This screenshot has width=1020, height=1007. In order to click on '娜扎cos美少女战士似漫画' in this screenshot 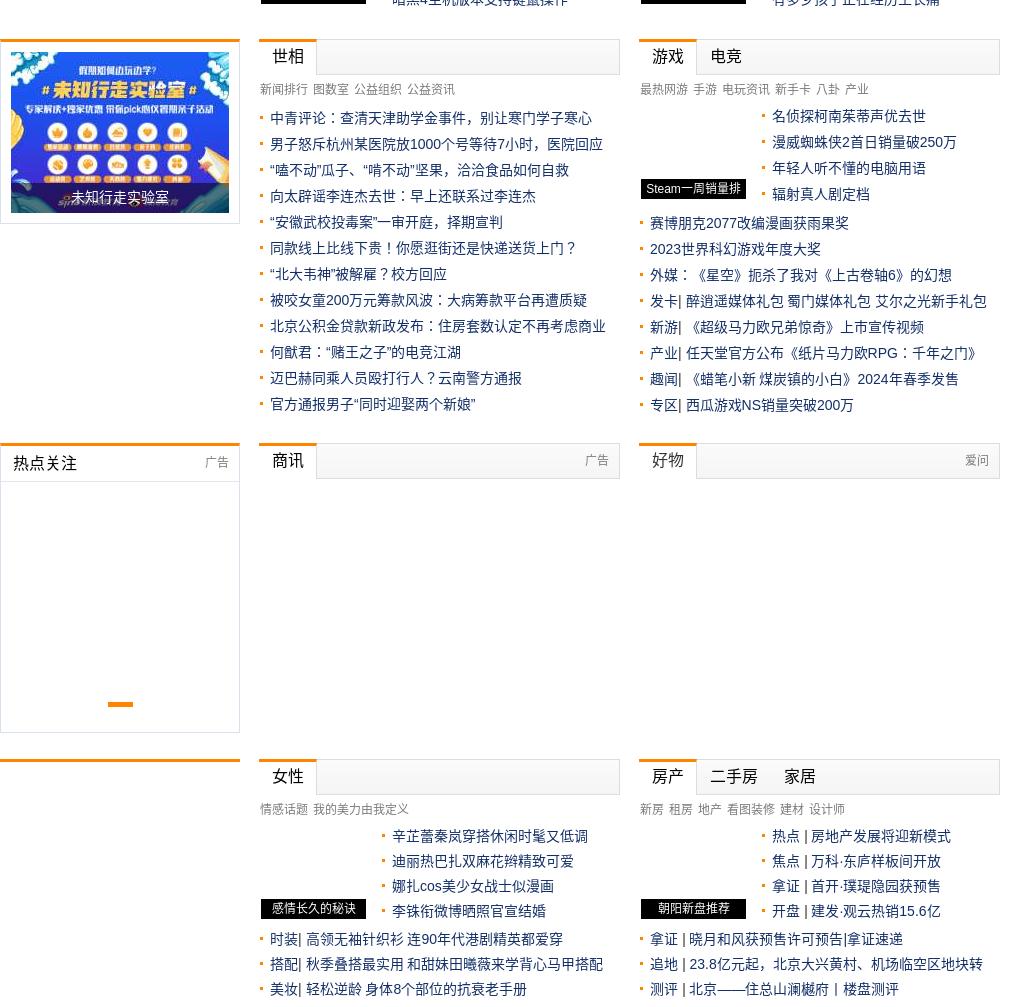, I will do `click(472, 884)`.